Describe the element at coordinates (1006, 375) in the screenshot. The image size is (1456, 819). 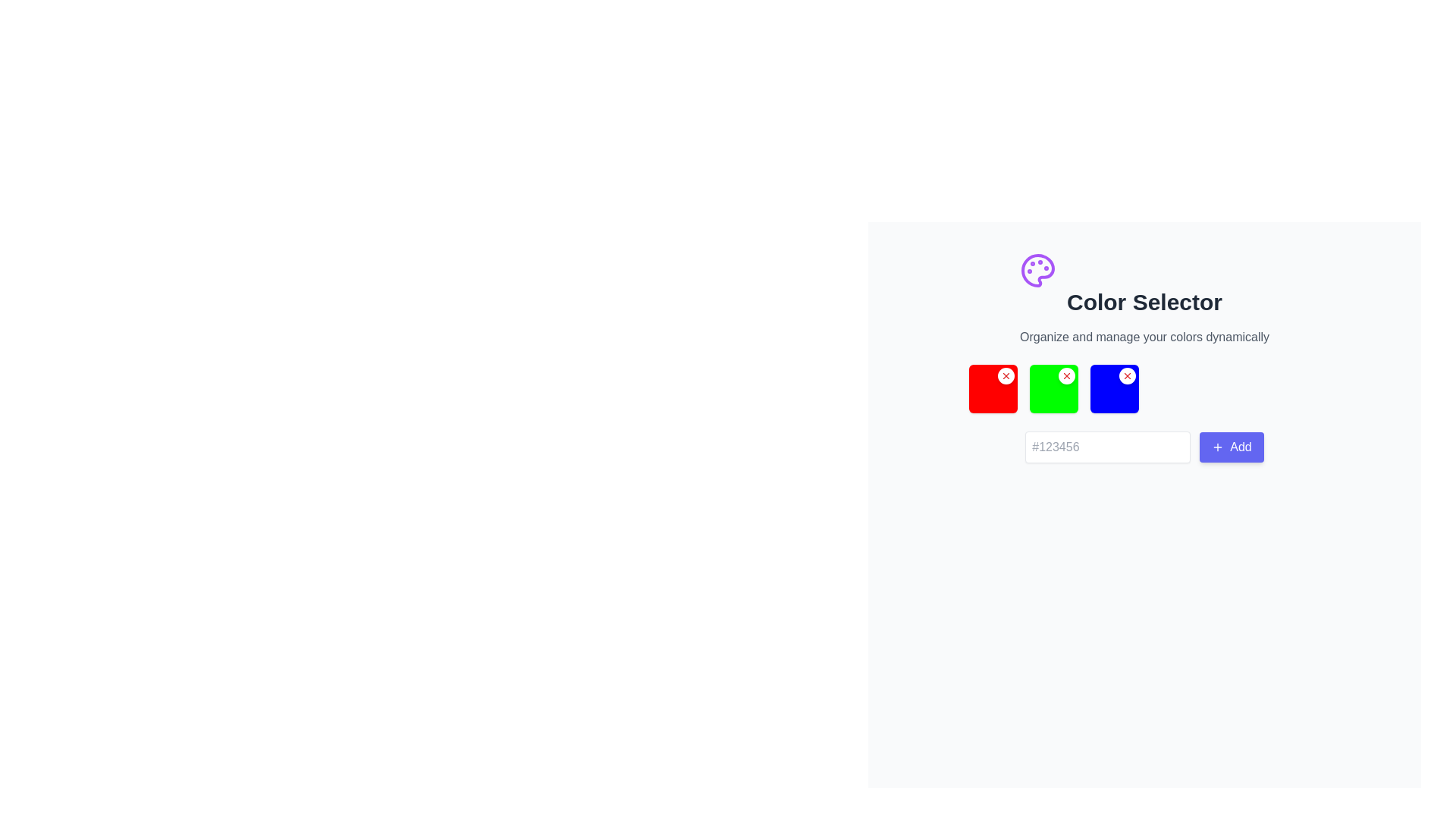
I see `the close or delete icon located in the top-right corner of the green color box` at that location.